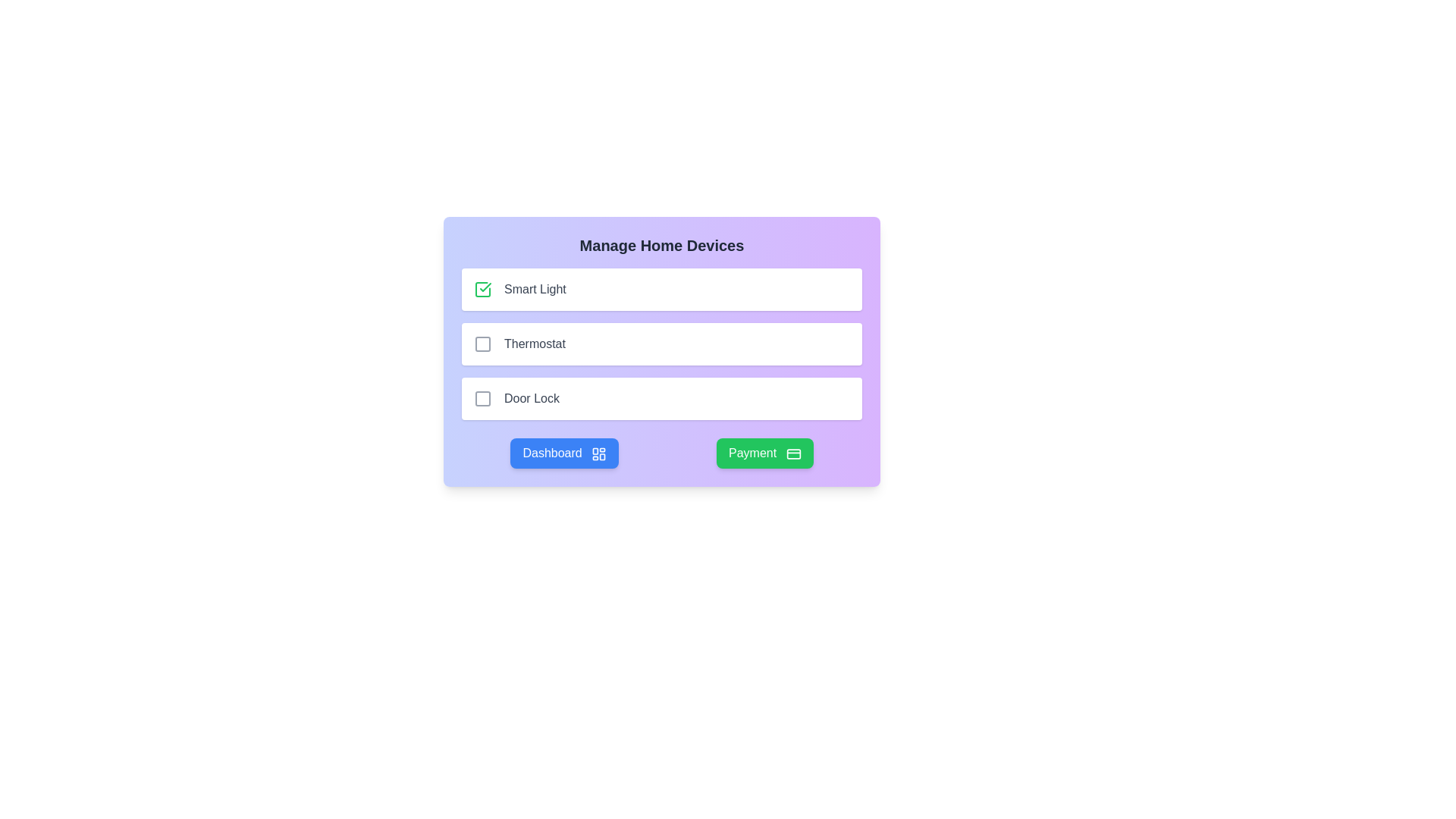 The image size is (1456, 819). What do you see at coordinates (662, 397) in the screenshot?
I see `the 'Door Lock' option in the list under 'Manage Home Devices'` at bounding box center [662, 397].